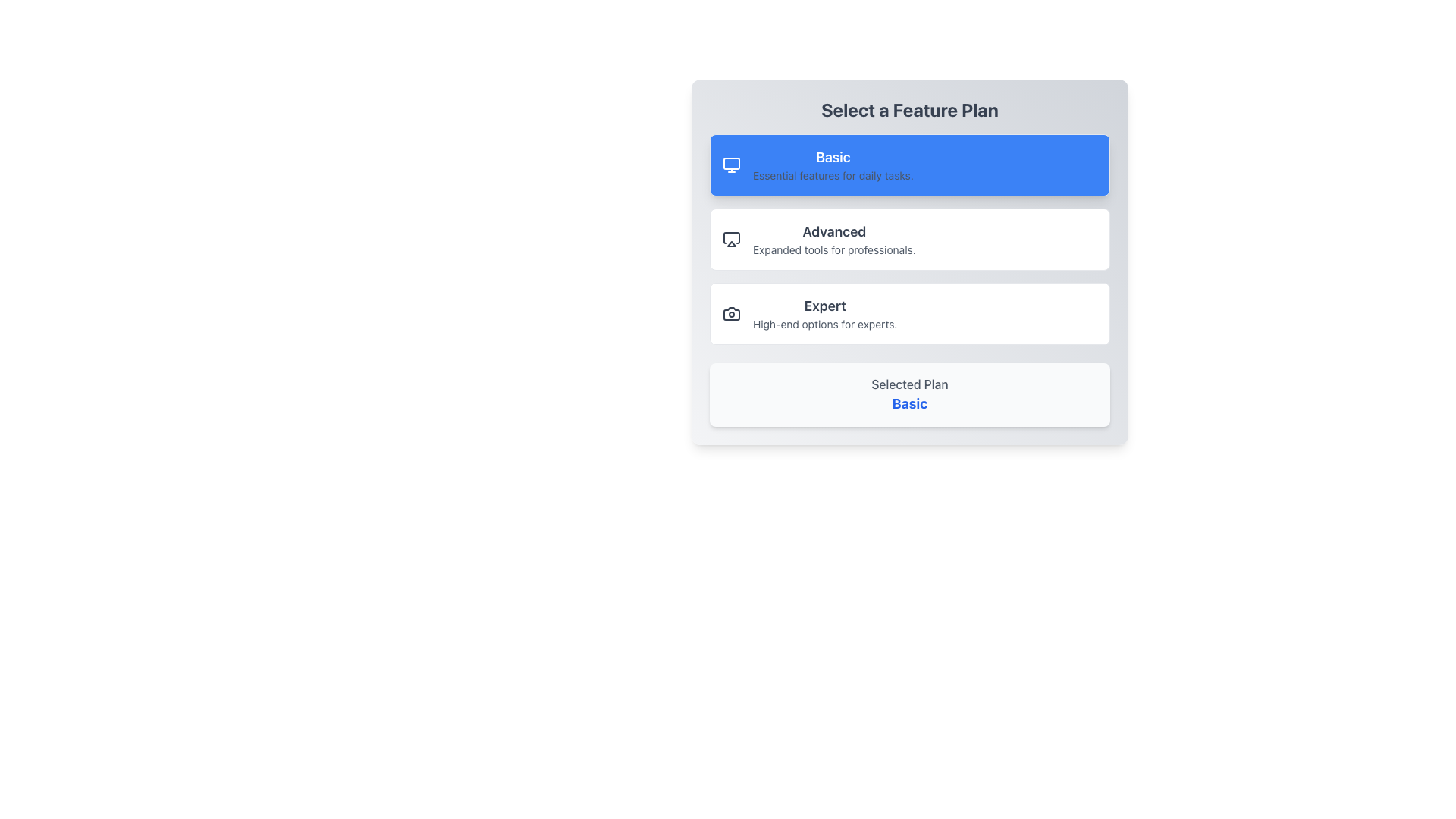  I want to click on the 'Advanced' plan selection button located in the middle of the feature selection area, which is positioned below the 'Basic' plan and above the 'Expert' plan, so click(910, 262).